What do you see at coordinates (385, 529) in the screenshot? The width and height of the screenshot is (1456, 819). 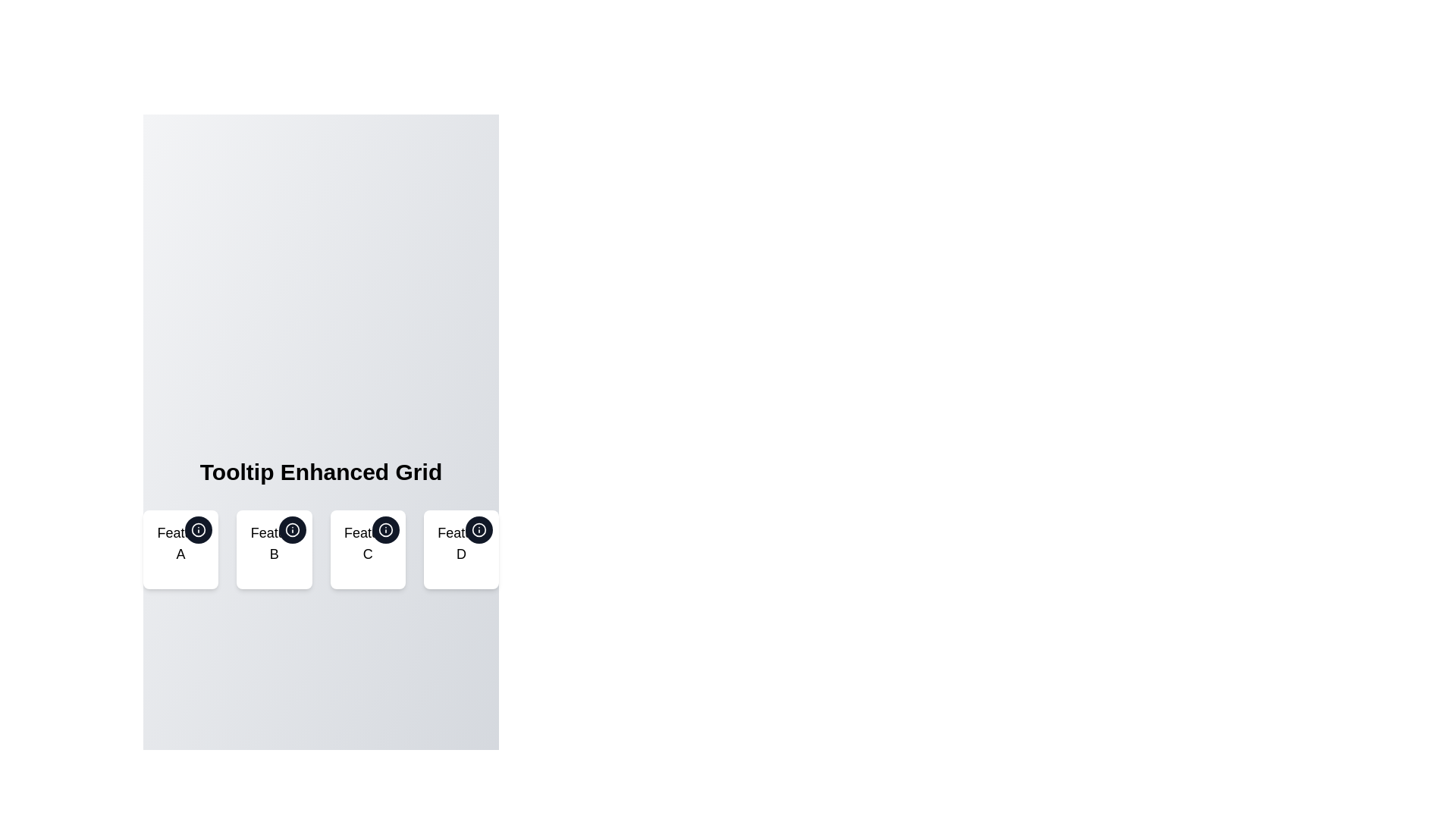 I see `the button located at the top-right corner of the 'Feature C' card` at bounding box center [385, 529].